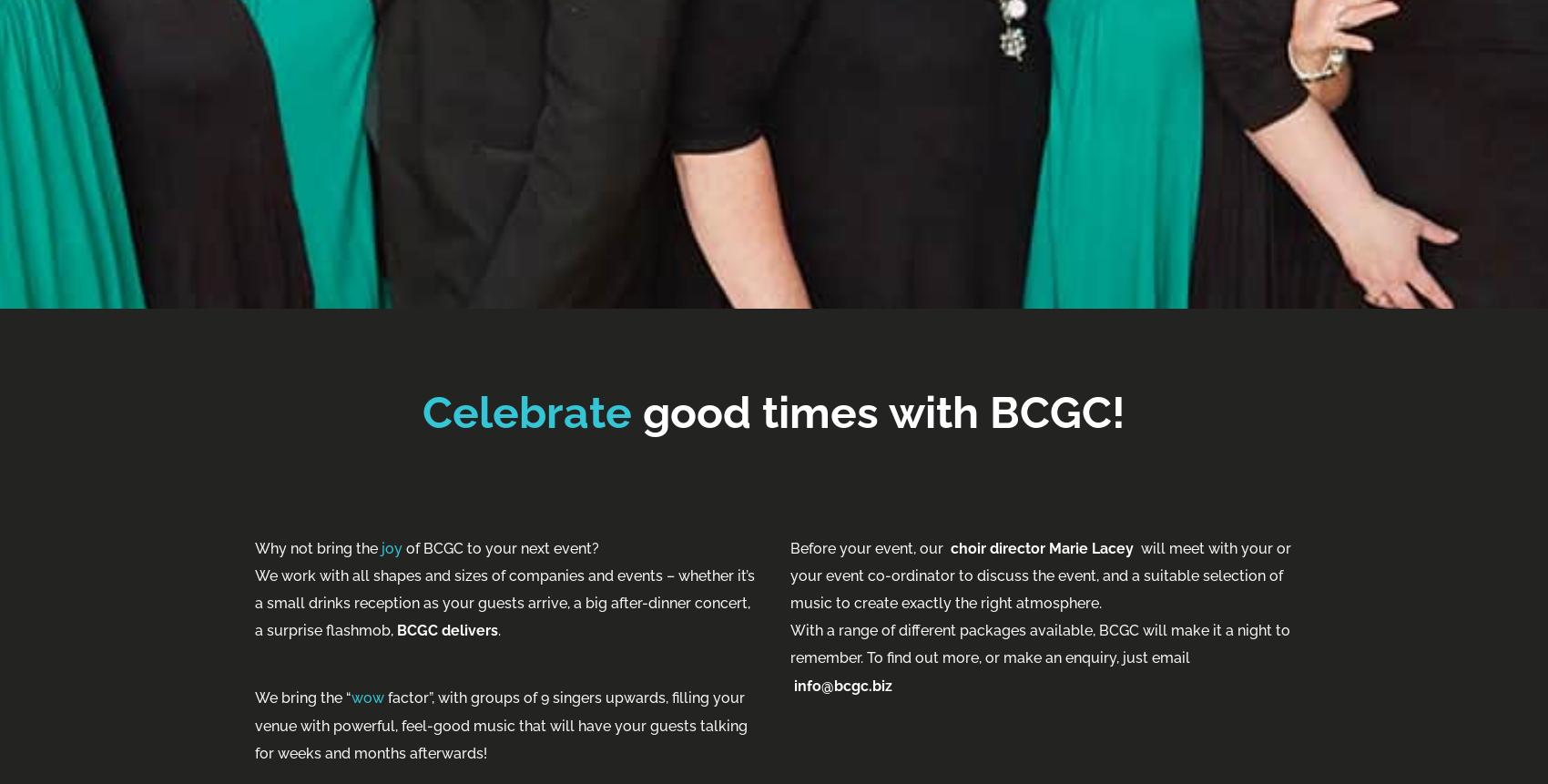 This screenshot has height=784, width=1548. What do you see at coordinates (1041, 547) in the screenshot?
I see `'choir director Marie Lacey'` at bounding box center [1041, 547].